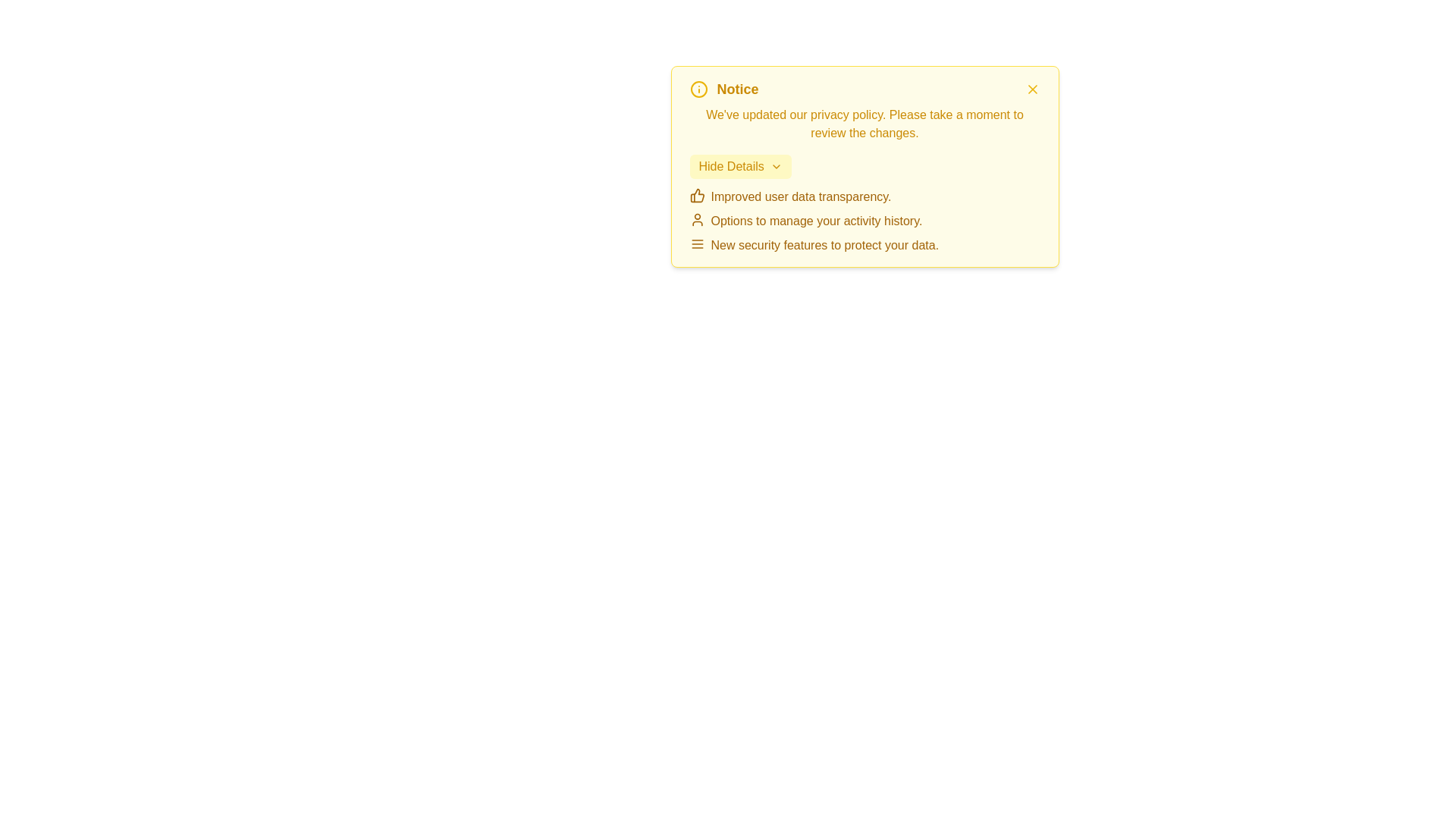 The width and height of the screenshot is (1456, 819). What do you see at coordinates (698, 89) in the screenshot?
I see `the informational notification icon located to the left of the bold yellow text label 'Notice' in the header area of the notification box` at bounding box center [698, 89].